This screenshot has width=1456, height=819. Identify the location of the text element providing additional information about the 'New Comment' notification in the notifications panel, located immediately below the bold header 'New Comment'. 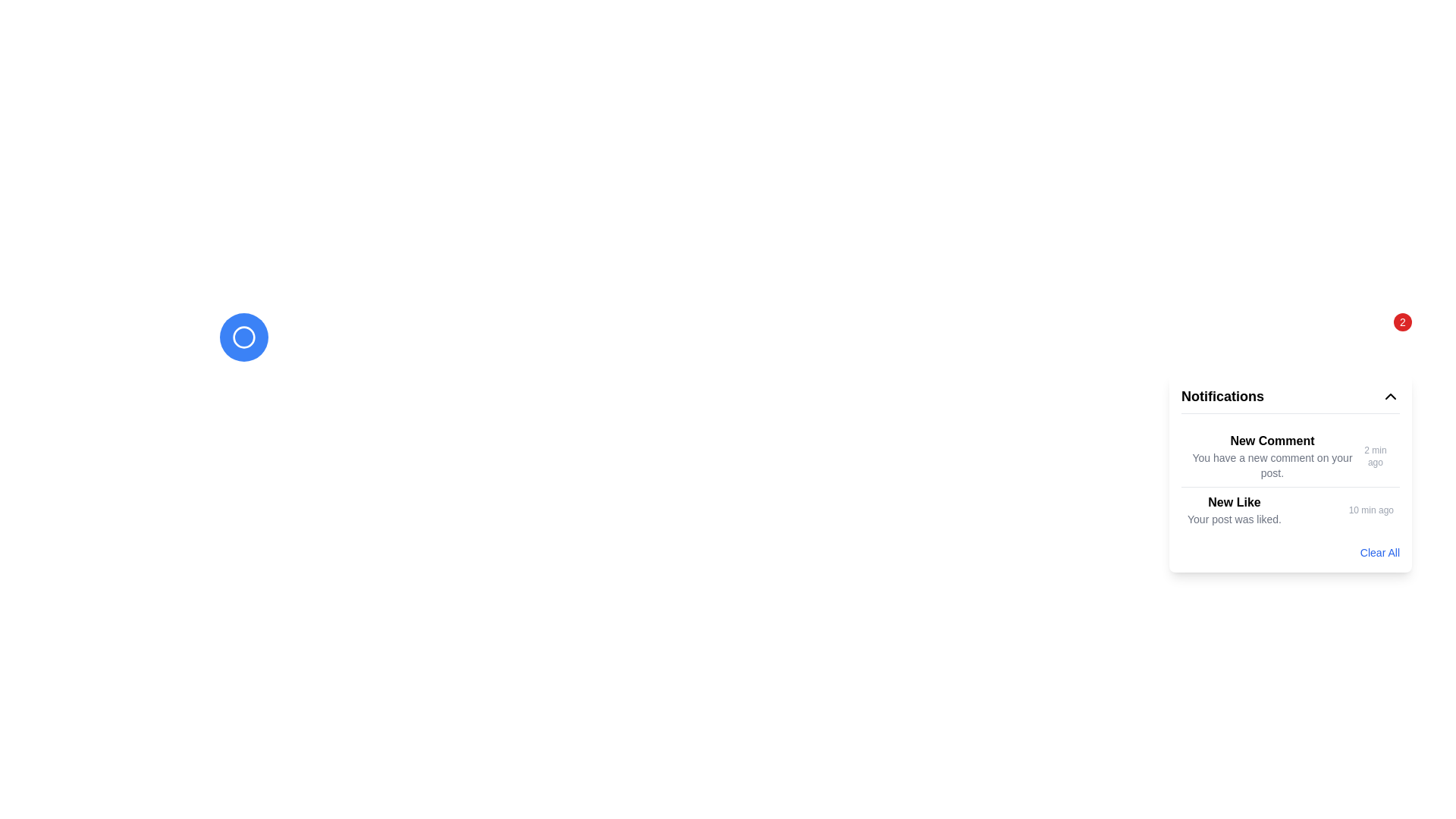
(1272, 464).